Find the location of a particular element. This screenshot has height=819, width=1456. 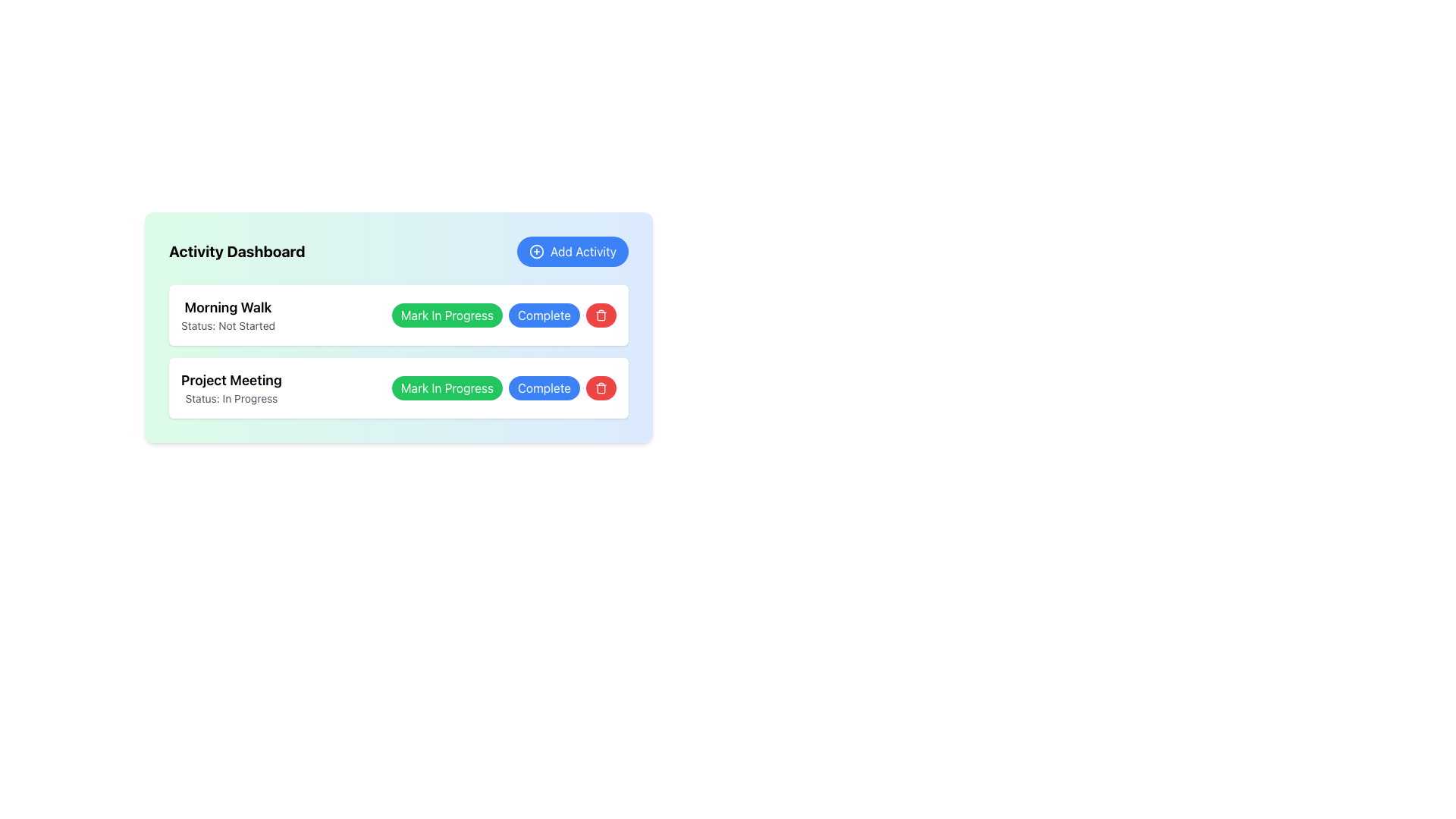

the compact, circular red button with a white trashcan icon is located at coordinates (600, 388).